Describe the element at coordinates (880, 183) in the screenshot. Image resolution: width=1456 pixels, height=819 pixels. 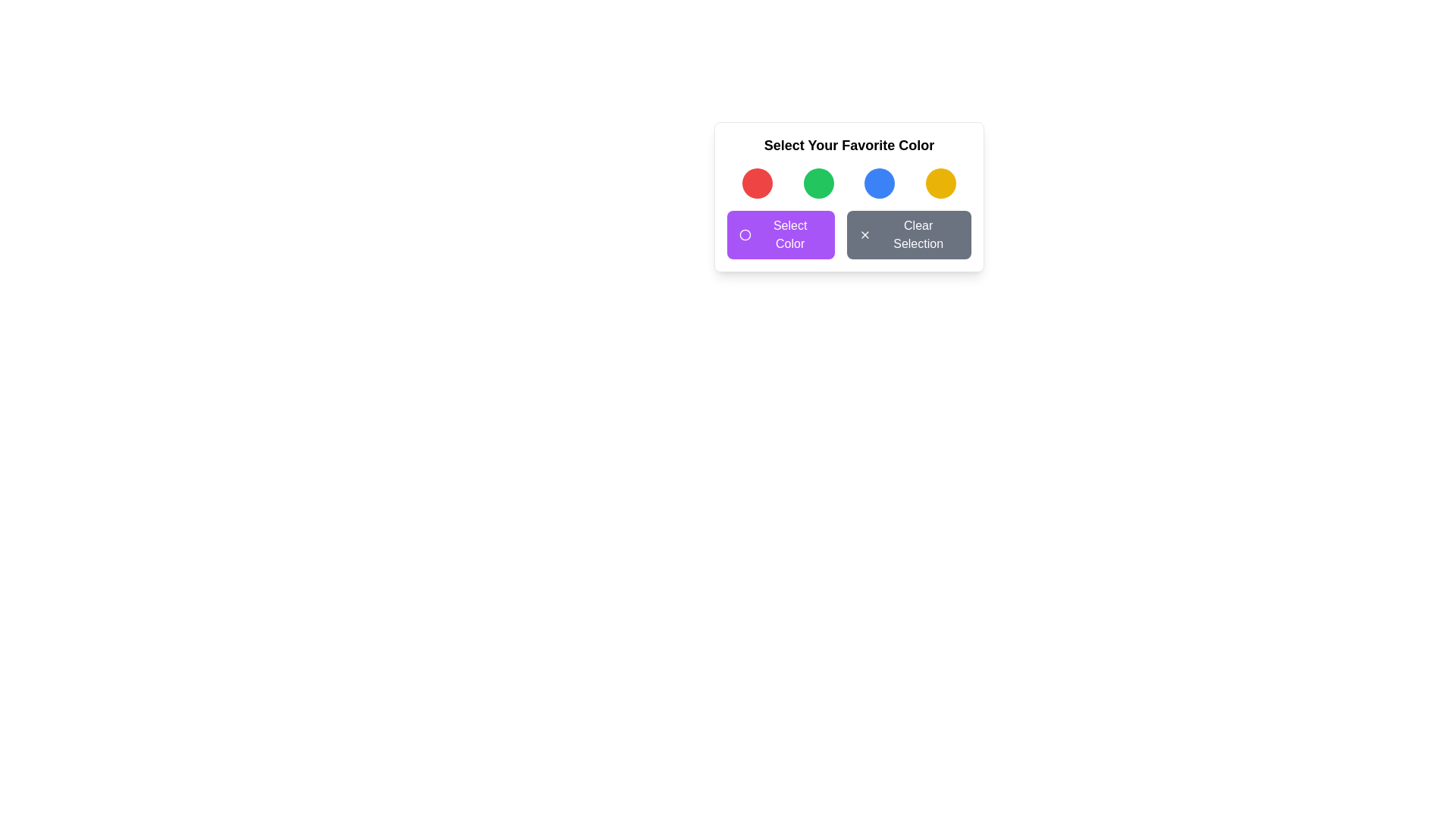
I see `the blue circular button, which is the third button from the left in a row of four circular buttons` at that location.